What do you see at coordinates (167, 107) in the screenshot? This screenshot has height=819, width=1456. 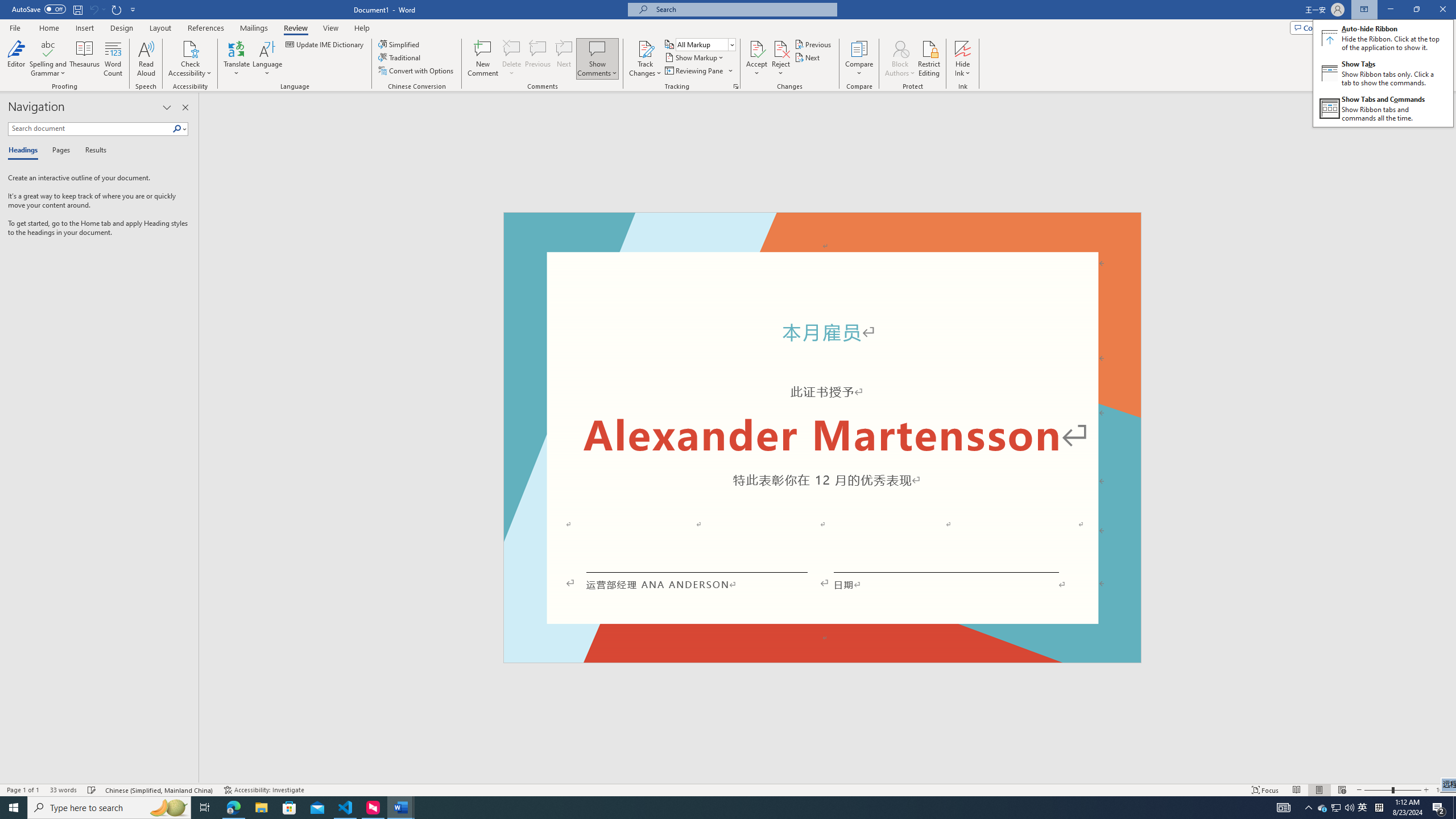 I see `'Task Pane Options'` at bounding box center [167, 107].